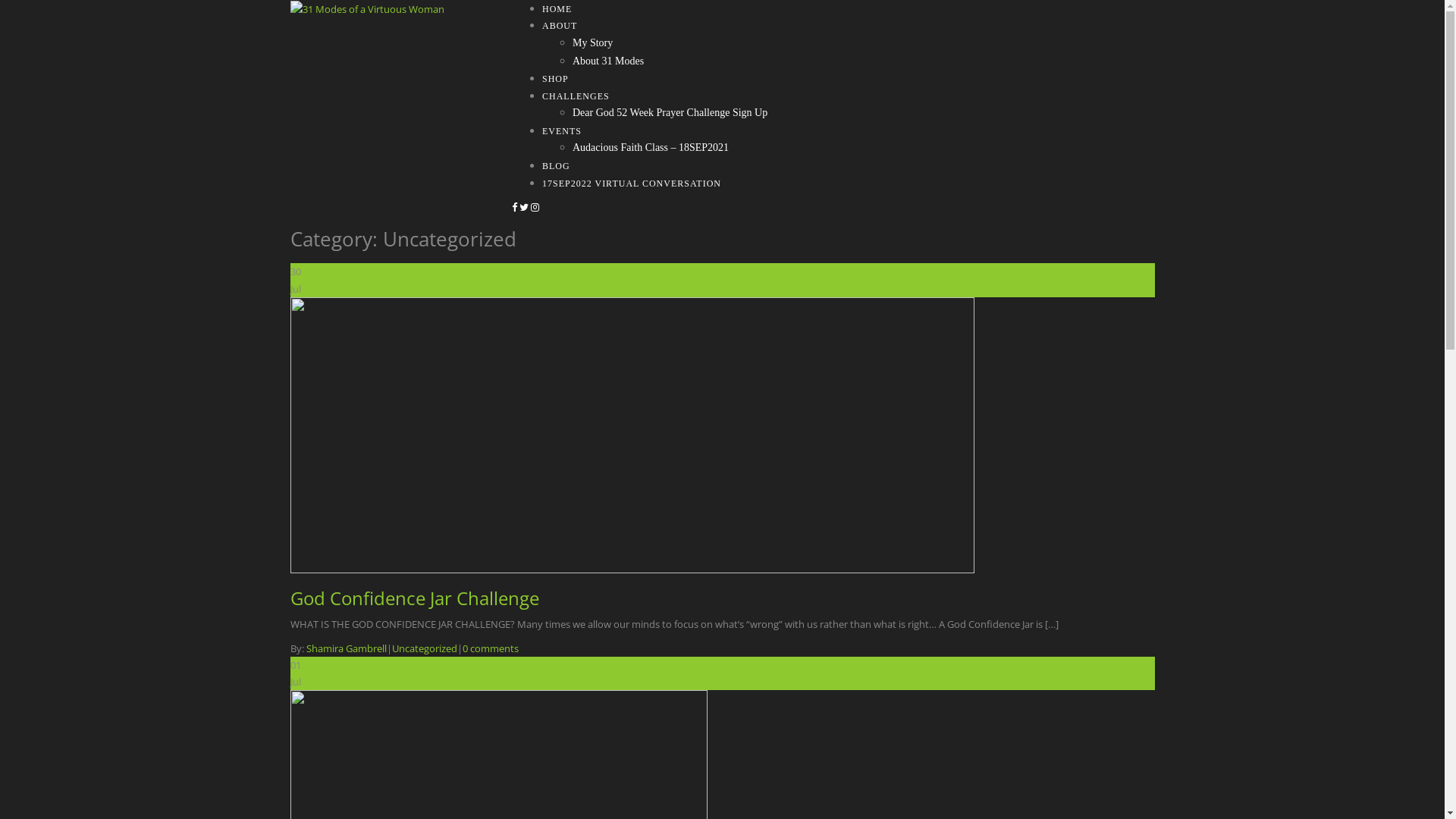  I want to click on 'EVENTS', so click(560, 130).